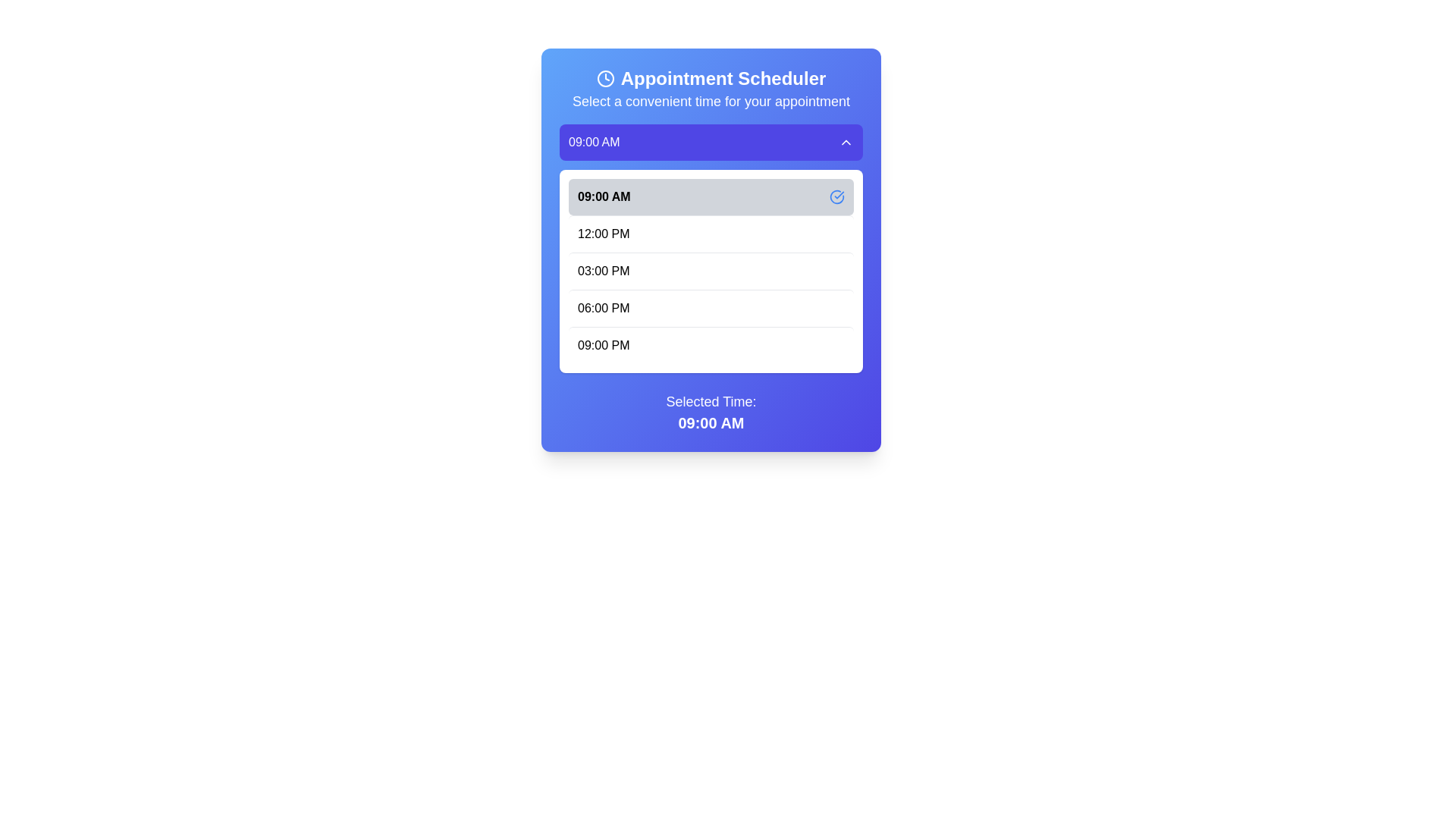 Image resolution: width=1456 pixels, height=819 pixels. Describe the element at coordinates (710, 234) in the screenshot. I see `the selectable time slot for '12:00 PM' in the scheduling interface` at that location.